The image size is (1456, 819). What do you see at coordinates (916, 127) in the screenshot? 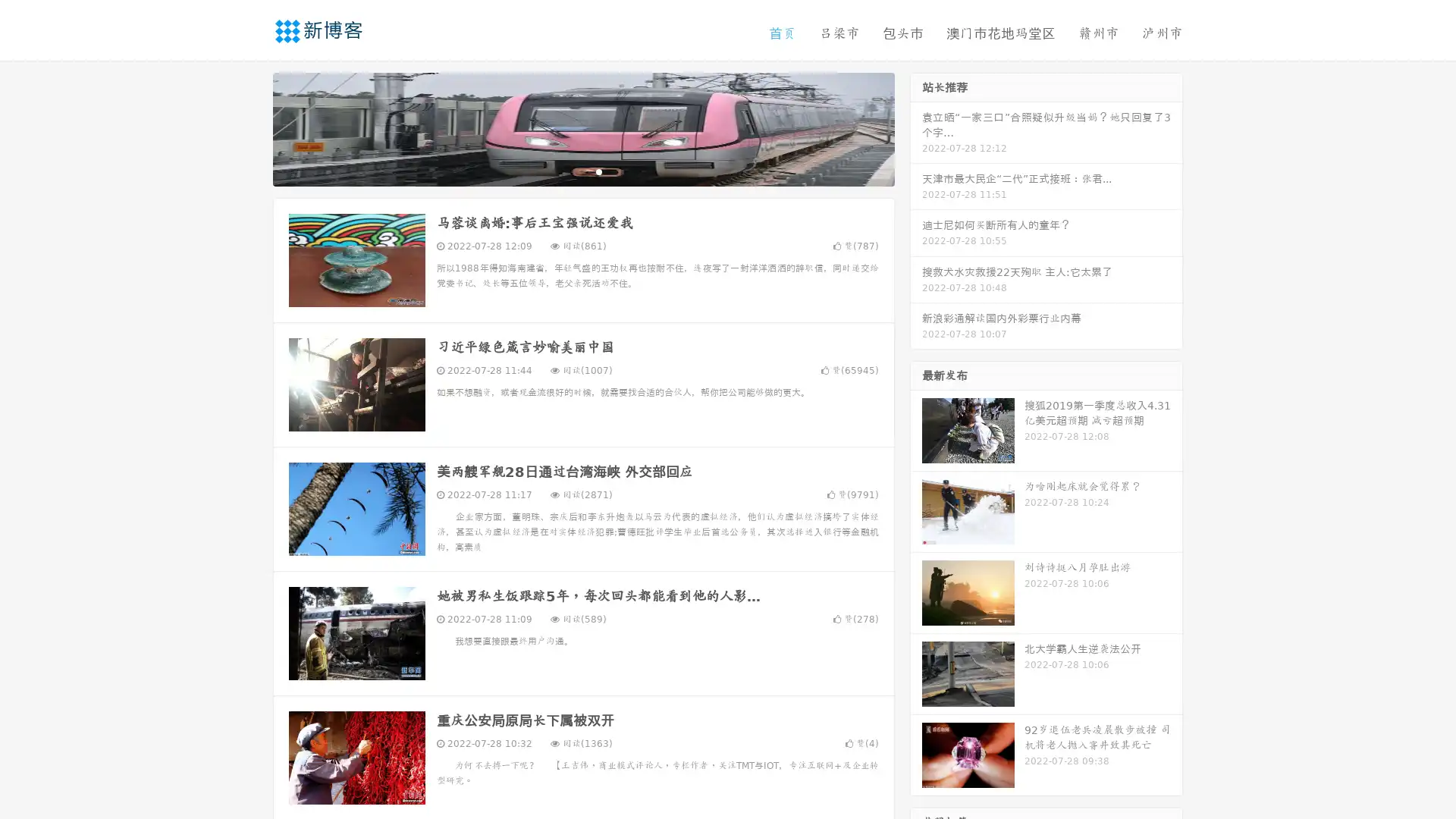
I see `Next slide` at bounding box center [916, 127].